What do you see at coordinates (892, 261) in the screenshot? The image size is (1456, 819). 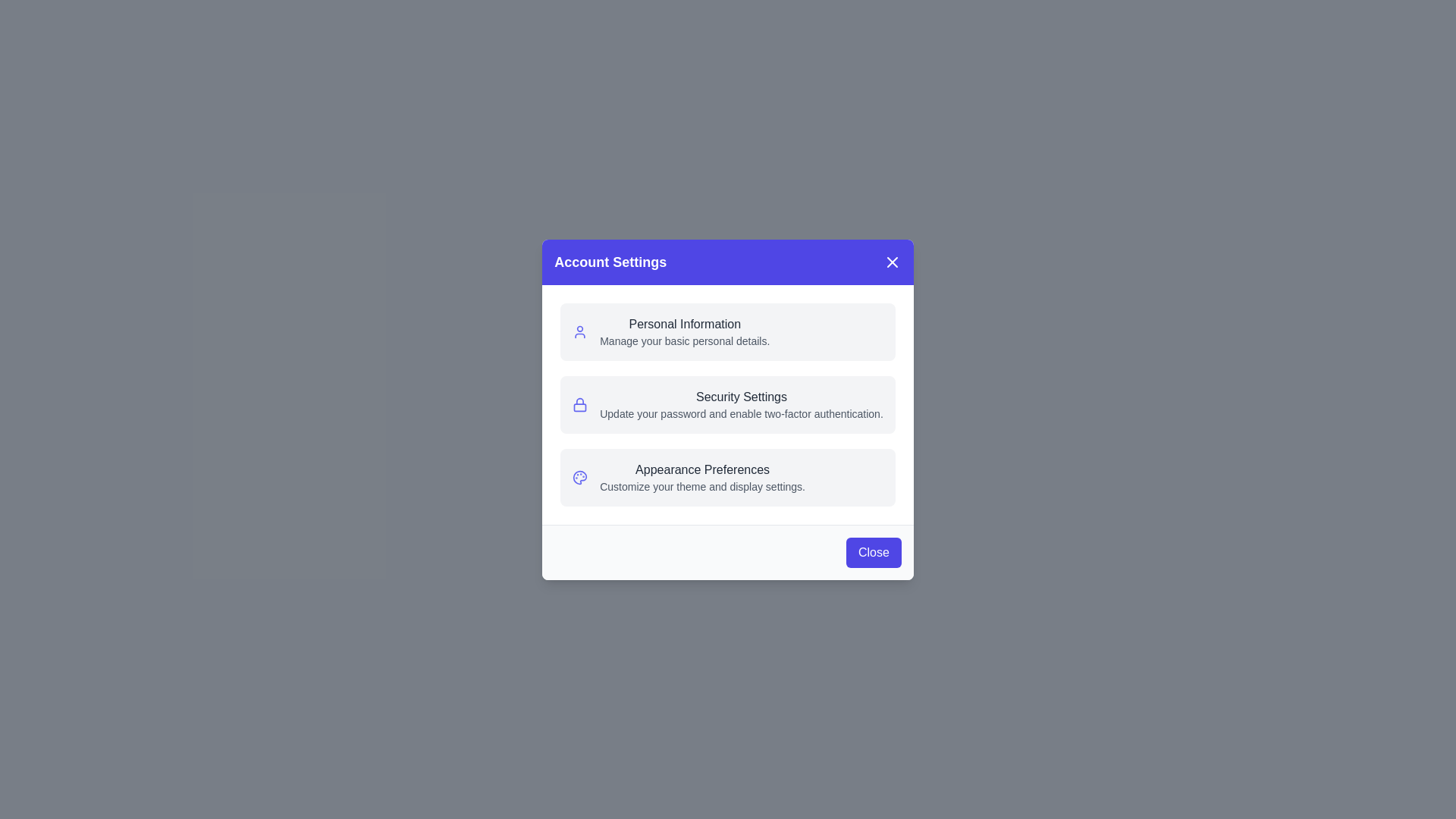 I see `the close button located in the top-right corner of the 'Account Settings' modal` at bounding box center [892, 261].